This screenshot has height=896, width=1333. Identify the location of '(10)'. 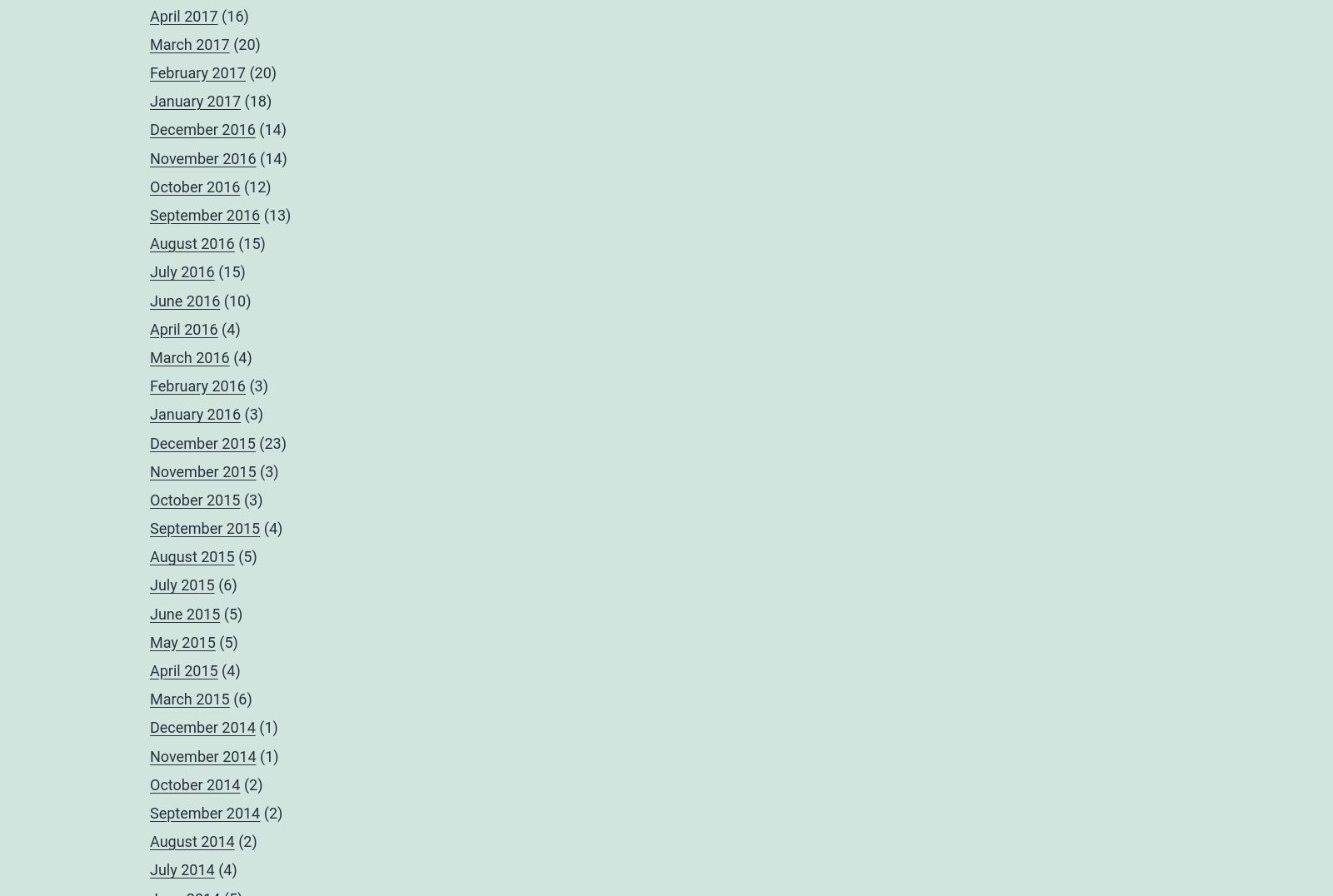
(235, 299).